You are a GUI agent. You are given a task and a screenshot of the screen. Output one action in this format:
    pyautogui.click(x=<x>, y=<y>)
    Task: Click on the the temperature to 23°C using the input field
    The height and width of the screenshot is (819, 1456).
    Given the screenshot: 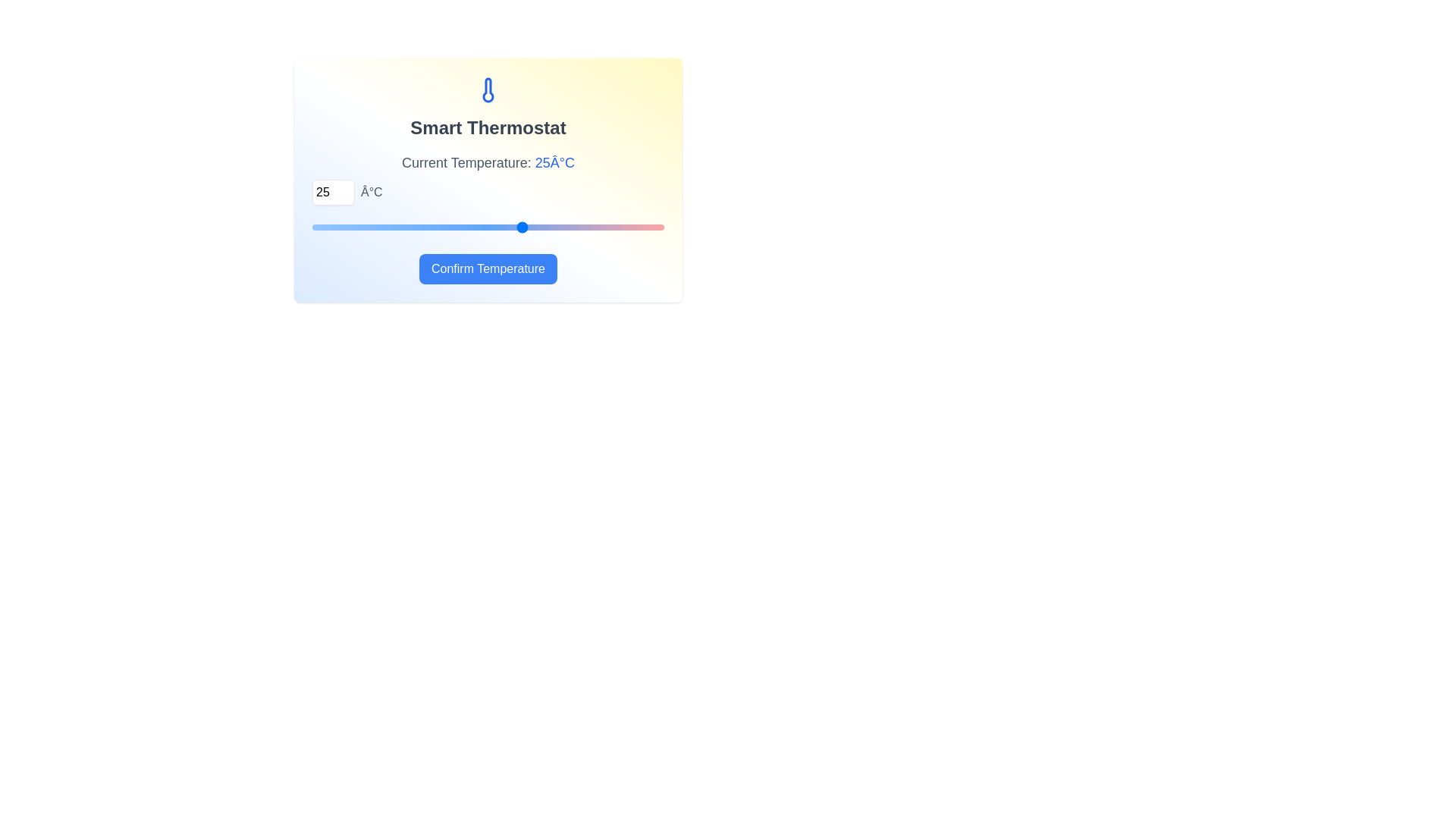 What is the action you would take?
    pyautogui.click(x=333, y=192)
    